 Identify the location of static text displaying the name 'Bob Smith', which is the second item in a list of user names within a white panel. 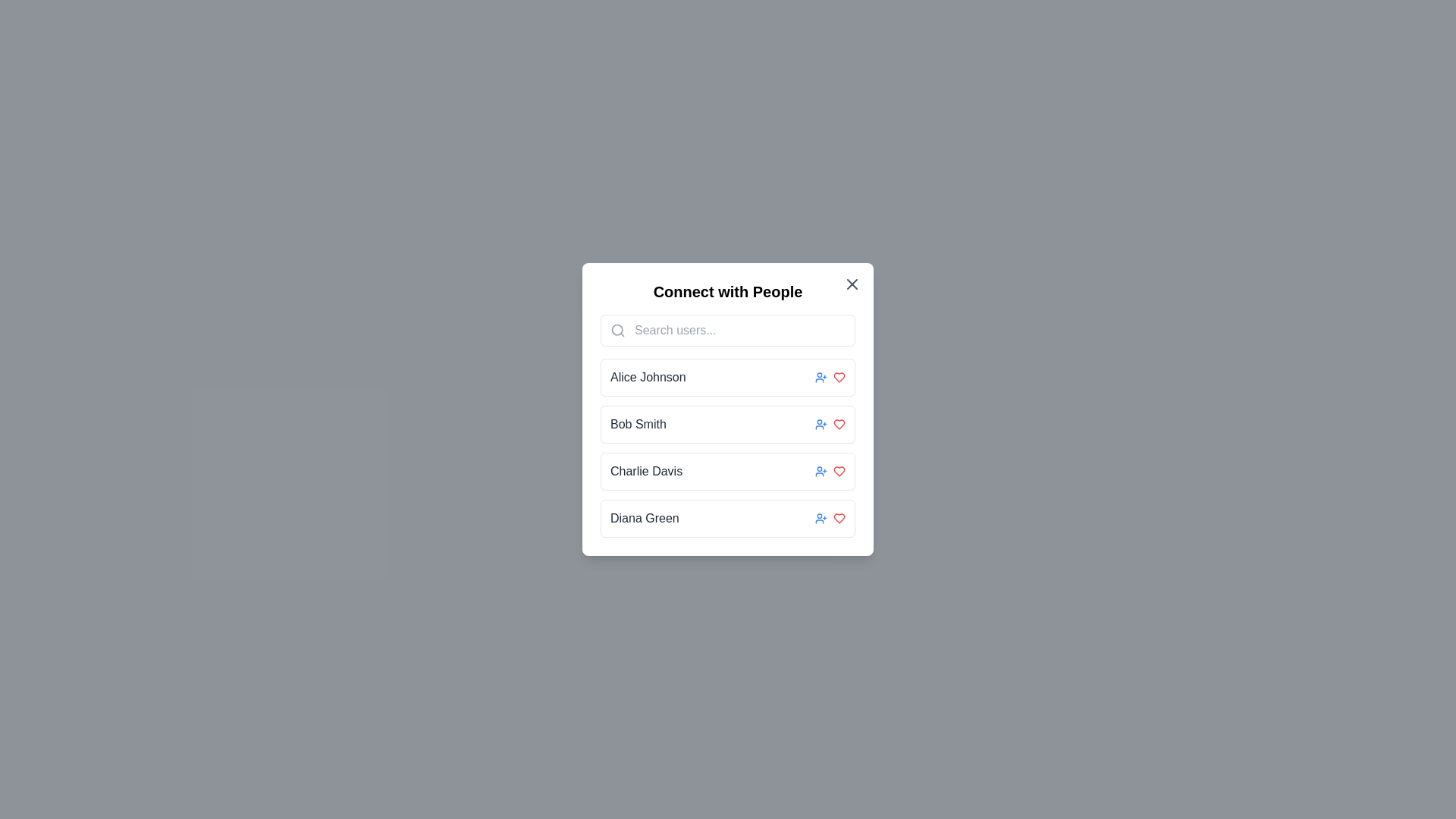
(638, 424).